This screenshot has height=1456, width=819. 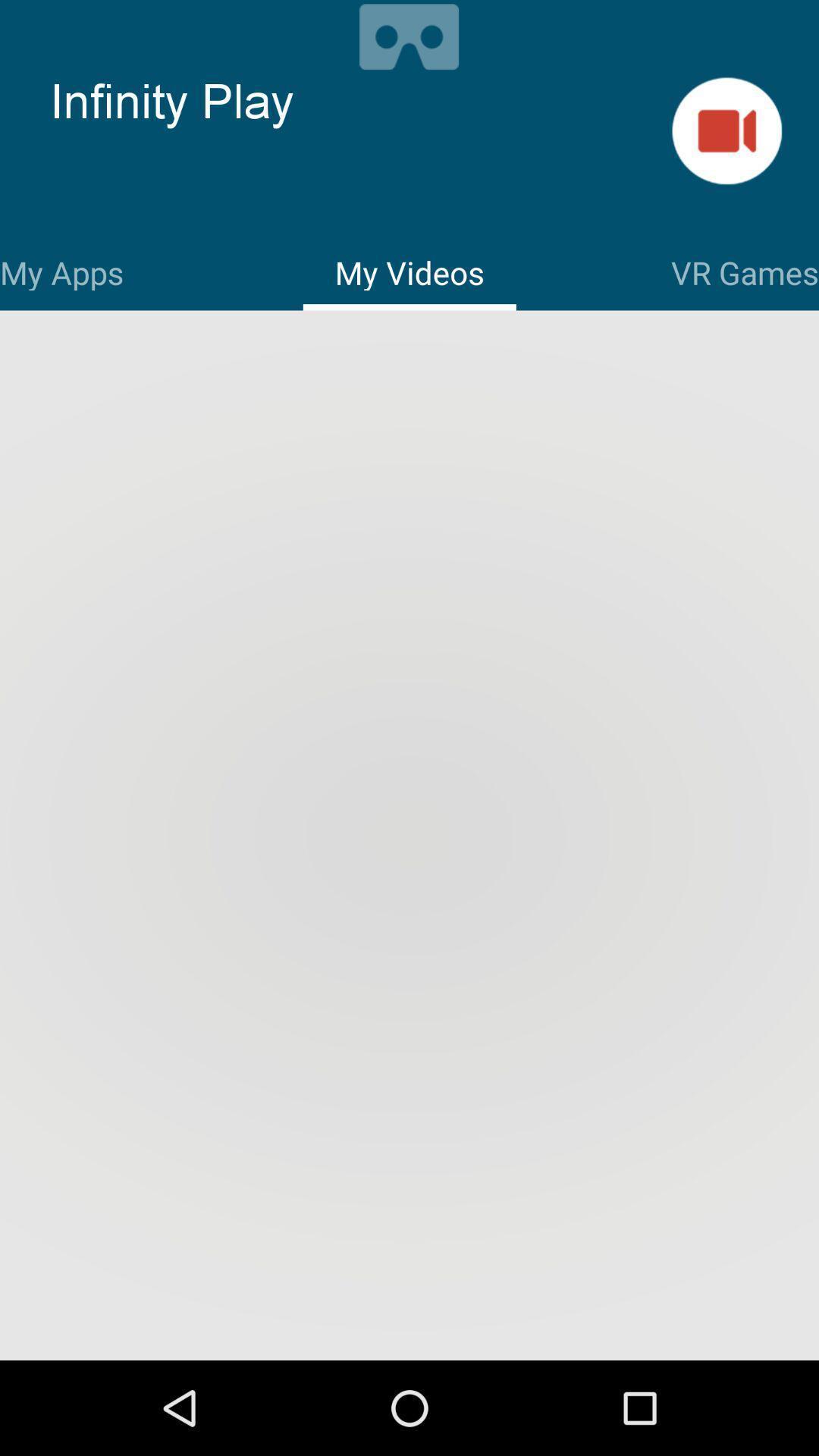 What do you see at coordinates (61, 270) in the screenshot?
I see `the item below the infinity play` at bounding box center [61, 270].